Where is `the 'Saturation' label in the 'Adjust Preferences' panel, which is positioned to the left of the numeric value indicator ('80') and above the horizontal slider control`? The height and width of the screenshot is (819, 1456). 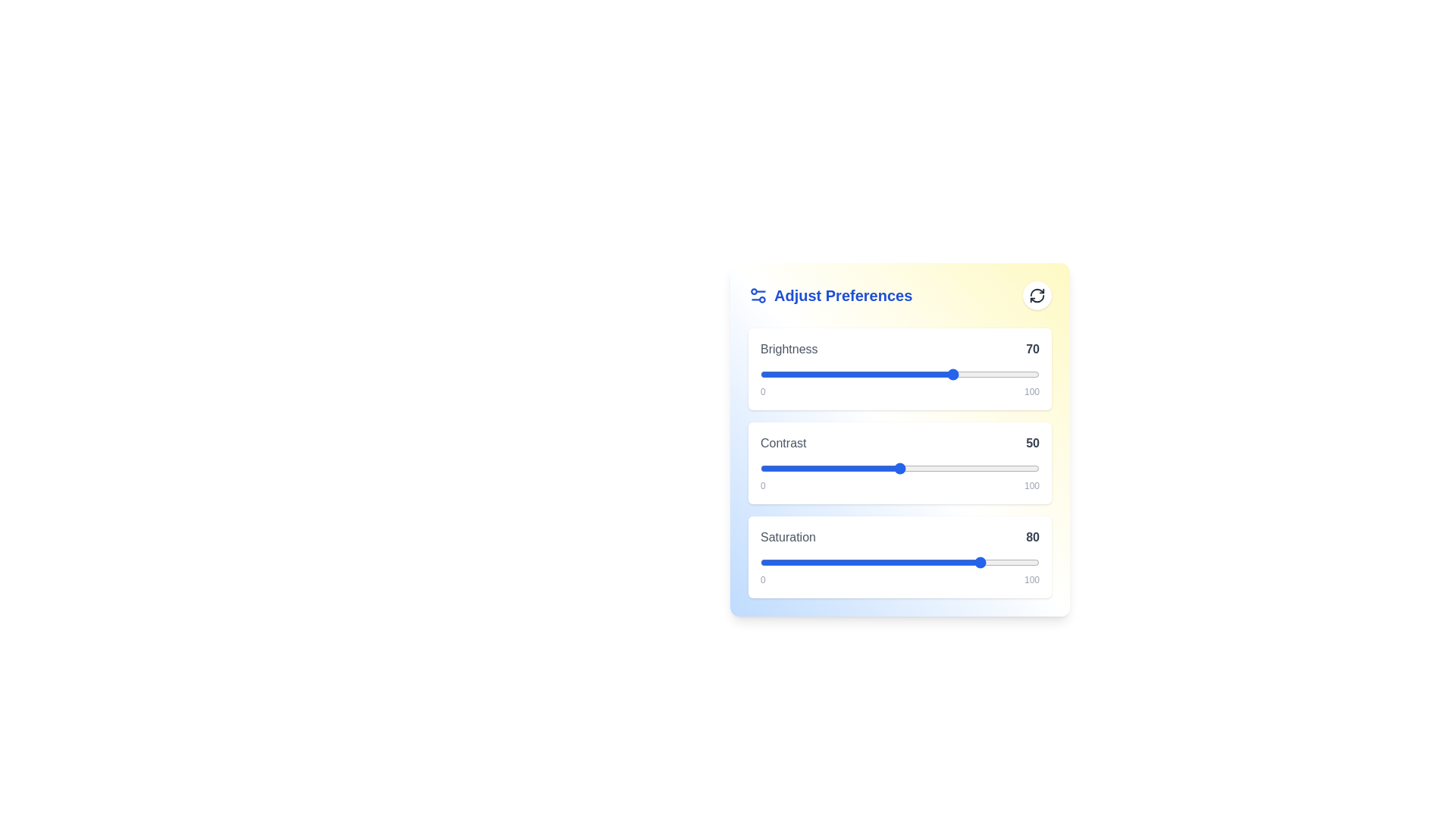 the 'Saturation' label in the 'Adjust Preferences' panel, which is positioned to the left of the numeric value indicator ('80') and above the horizontal slider control is located at coordinates (788, 537).